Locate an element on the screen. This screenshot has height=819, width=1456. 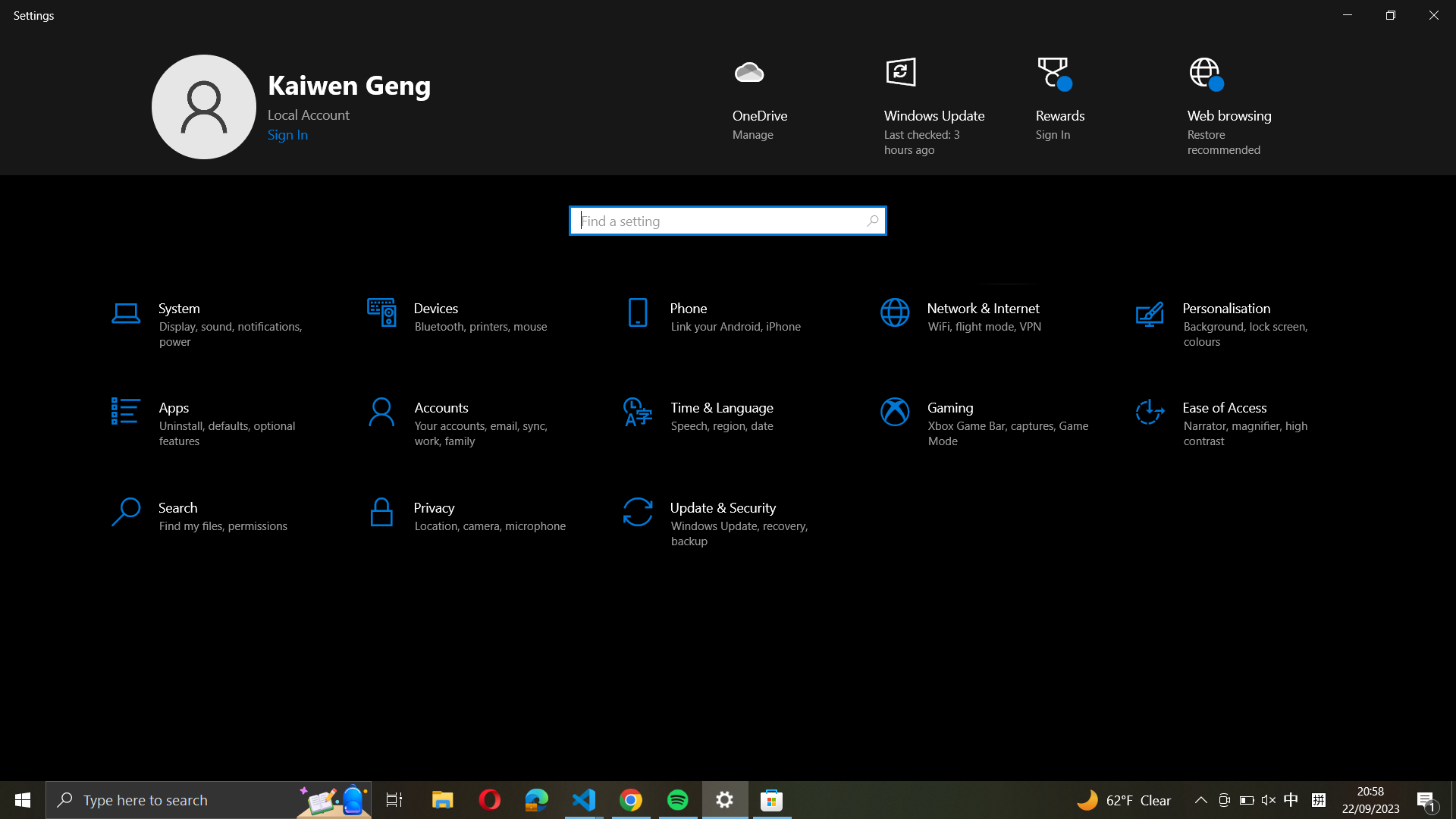
Execute a search using the string currently stored on the clipboard is located at coordinates (726, 219).